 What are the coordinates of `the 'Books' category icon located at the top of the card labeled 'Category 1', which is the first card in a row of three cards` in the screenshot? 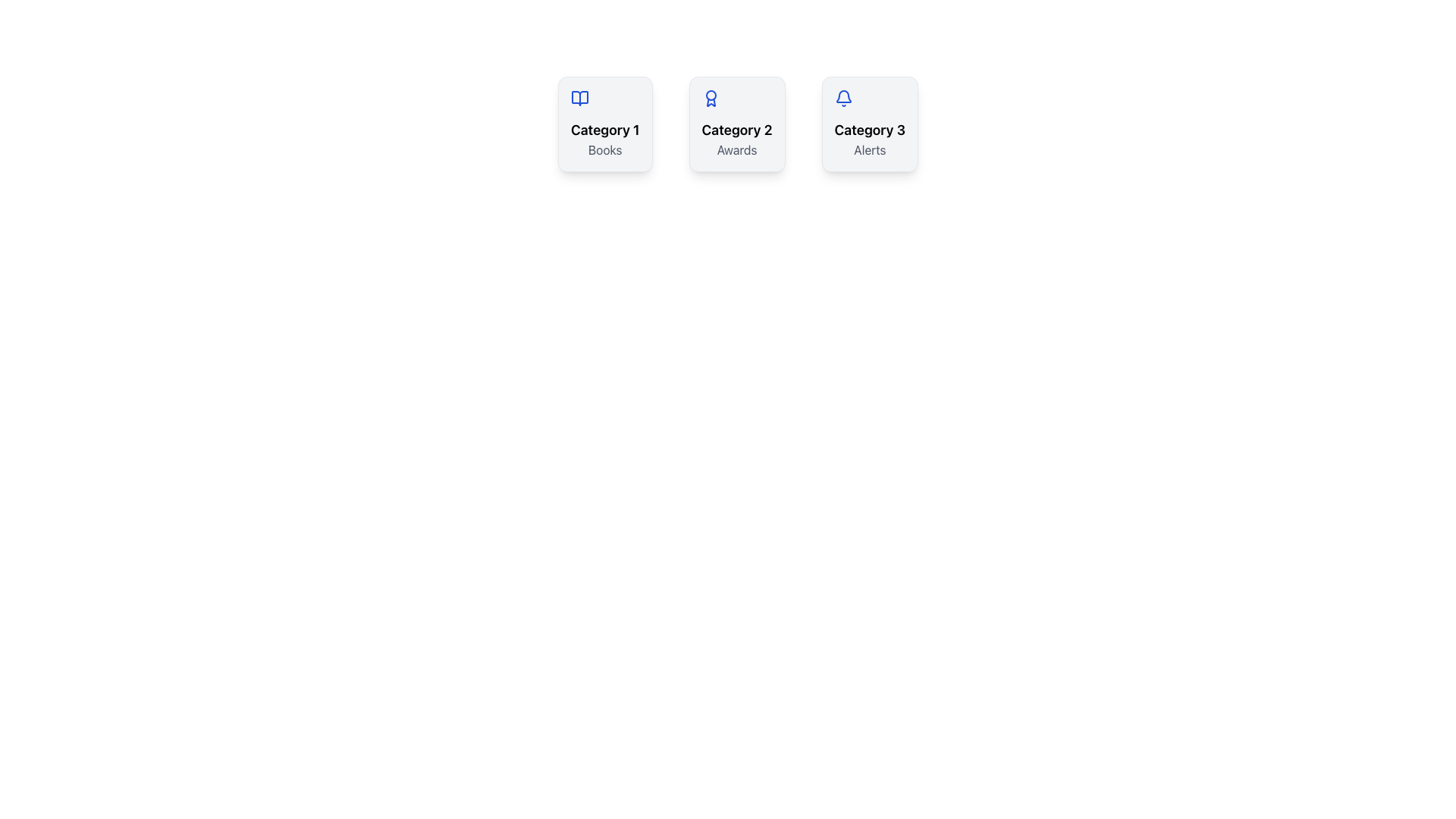 It's located at (579, 99).